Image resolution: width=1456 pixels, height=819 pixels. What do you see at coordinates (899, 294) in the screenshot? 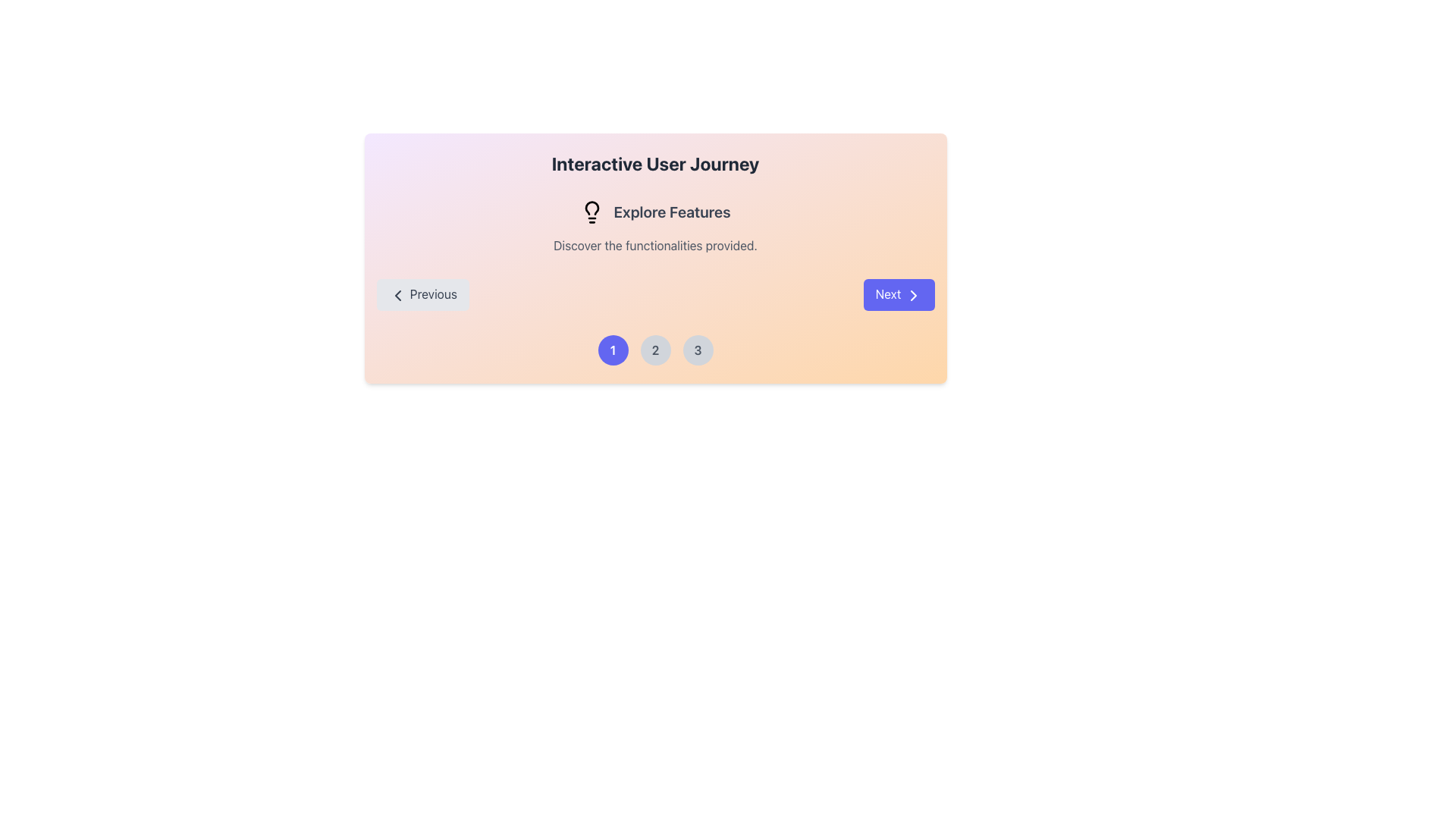
I see `the 'Next' button, which is a deep indigo rectangular button with white text and a right-pointing chevron icon, positioned at the bottom right of the panel` at bounding box center [899, 294].